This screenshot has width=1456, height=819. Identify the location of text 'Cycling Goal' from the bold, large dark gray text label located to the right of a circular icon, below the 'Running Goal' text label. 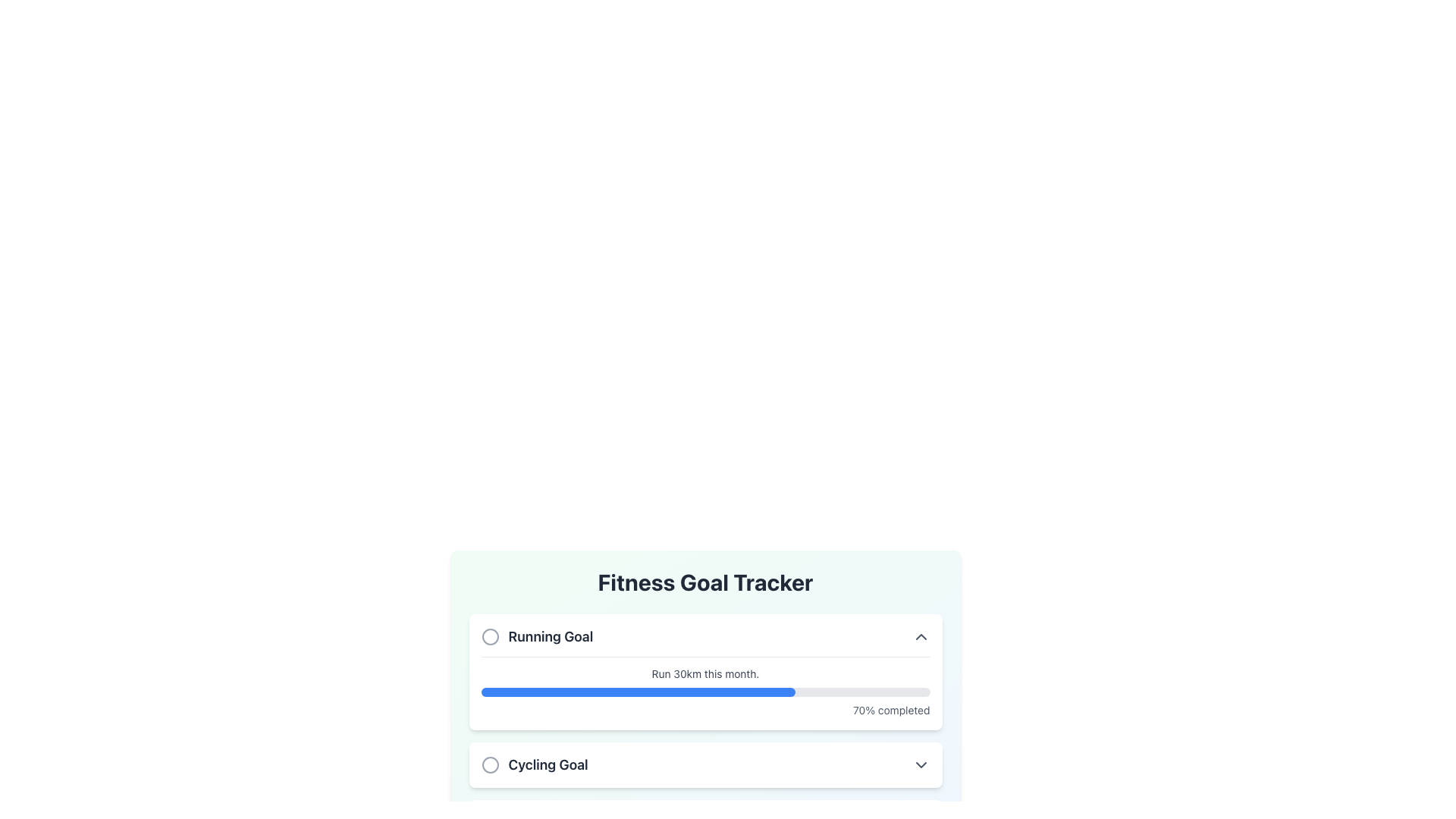
(548, 765).